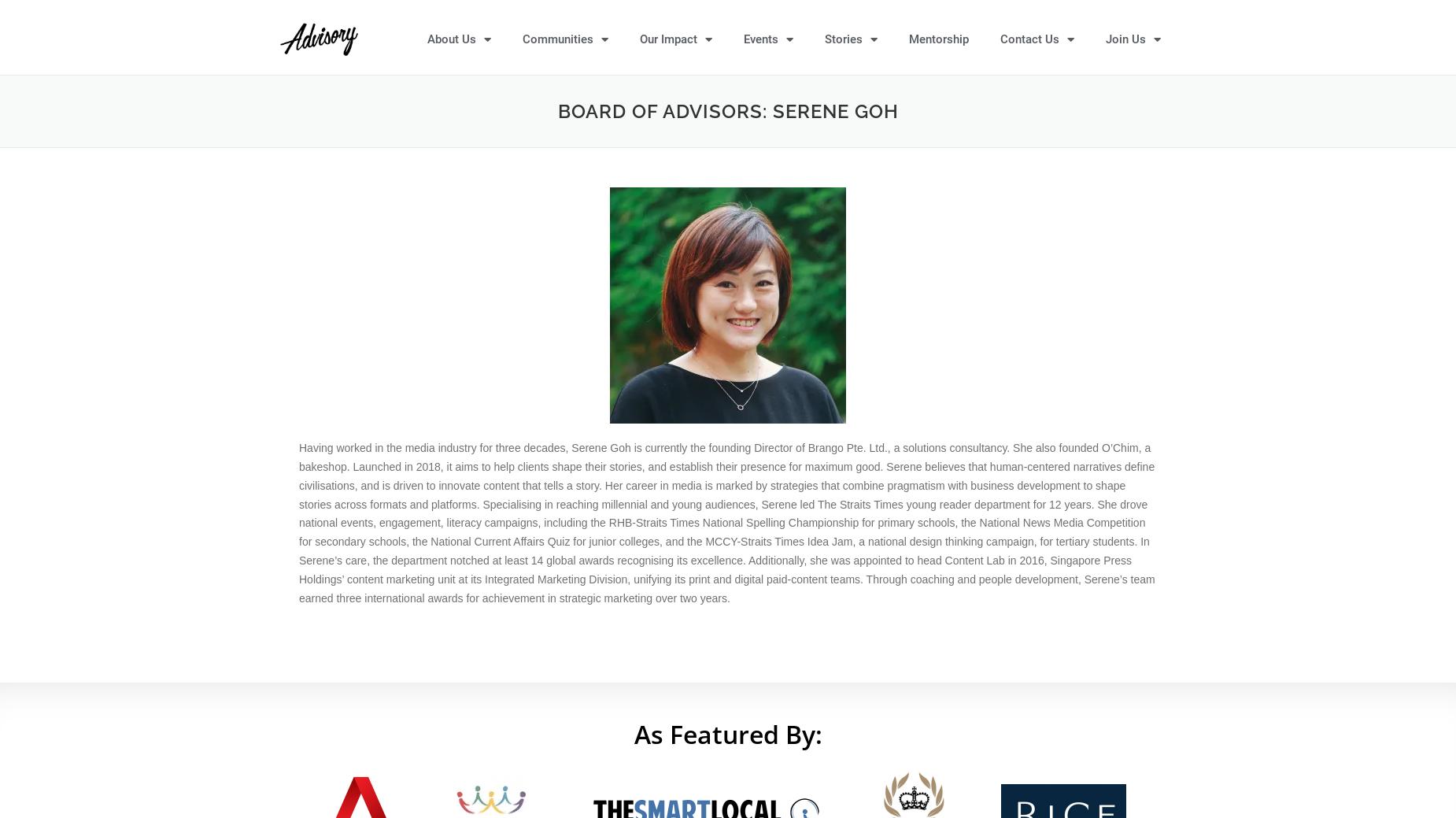  What do you see at coordinates (822, 38) in the screenshot?
I see `'Stories'` at bounding box center [822, 38].